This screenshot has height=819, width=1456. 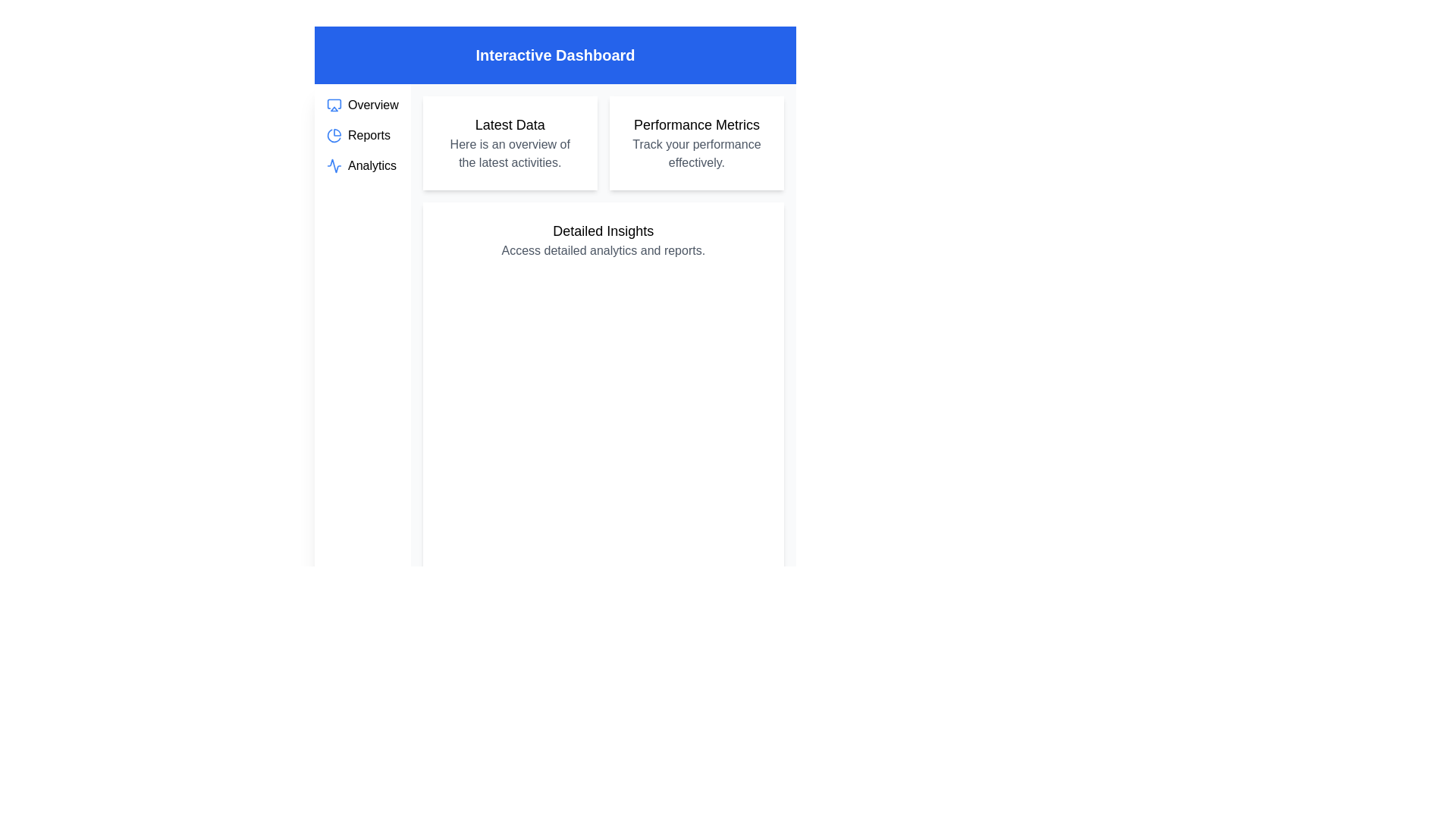 I want to click on the 'Reports' text label in the left-side navigation menu, so click(x=369, y=134).